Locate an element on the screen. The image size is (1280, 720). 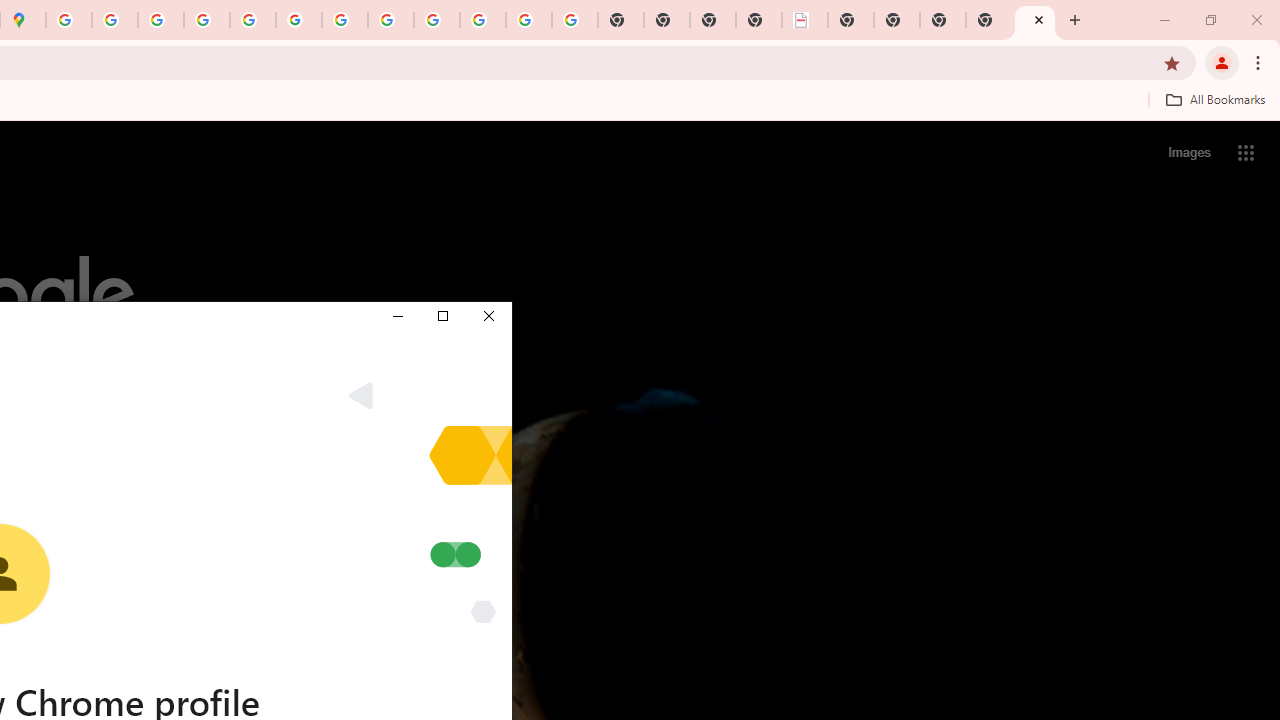
'Maximize' is located at coordinates (441, 315).